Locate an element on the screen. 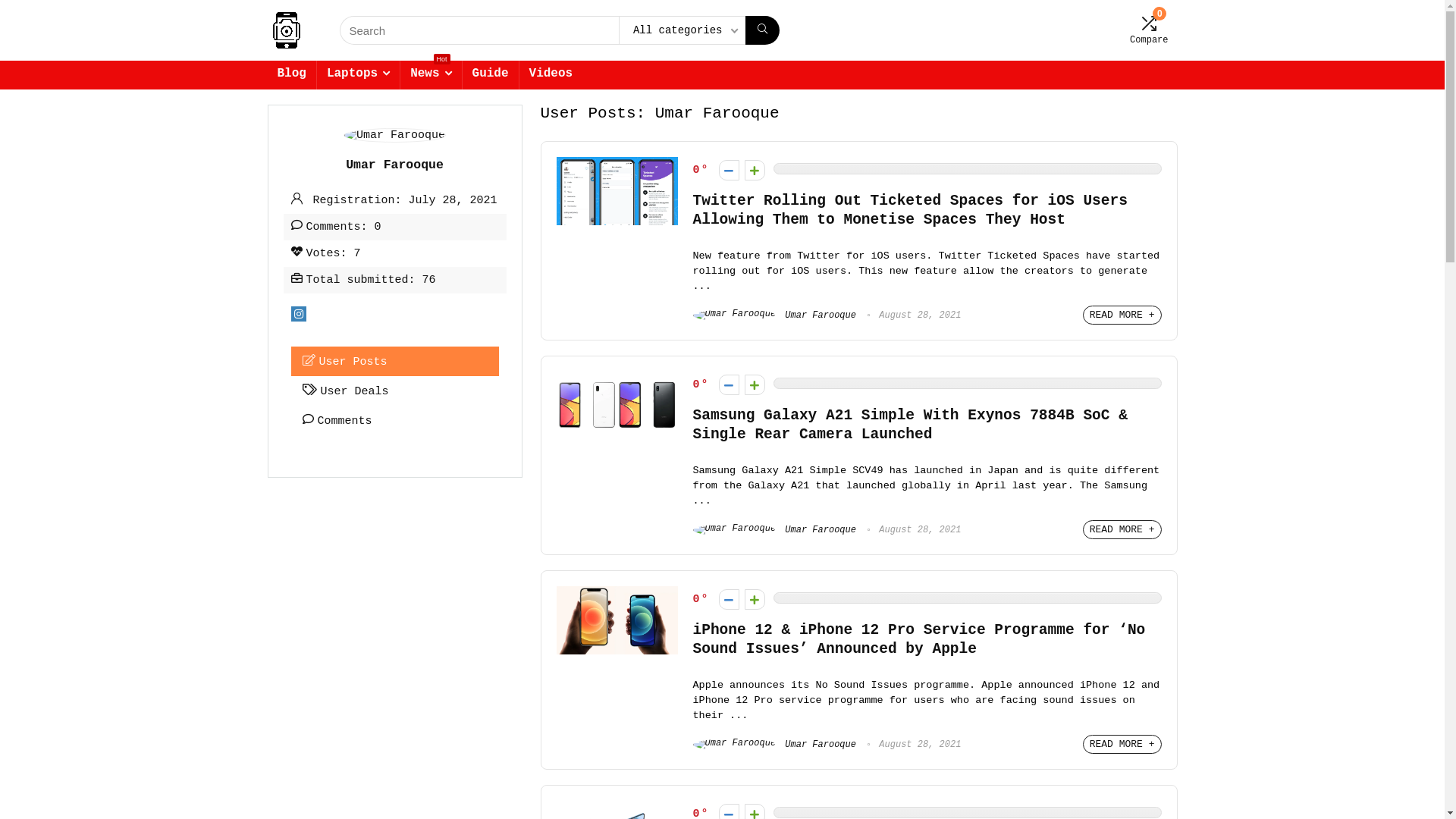 The height and width of the screenshot is (819, 1456). 'Vote down' is located at coordinates (718, 598).